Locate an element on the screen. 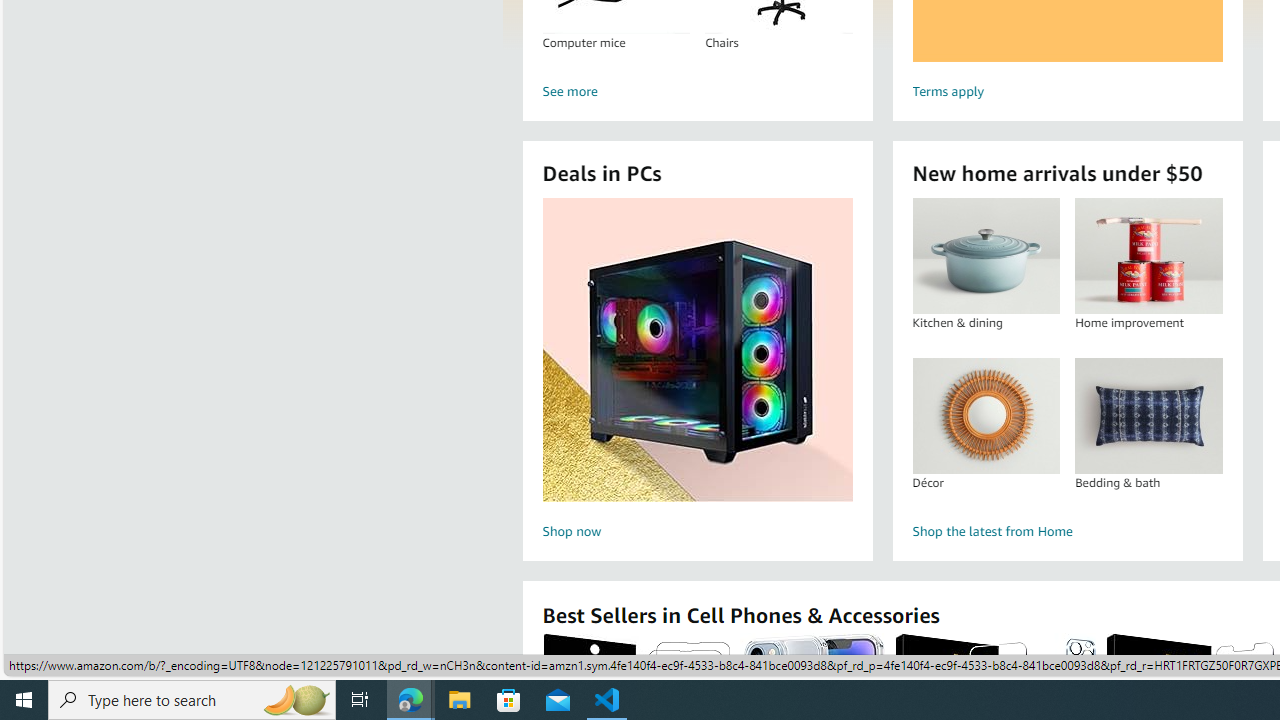 The width and height of the screenshot is (1280, 720). 'Deals in PCs Shop now' is located at coordinates (697, 371).